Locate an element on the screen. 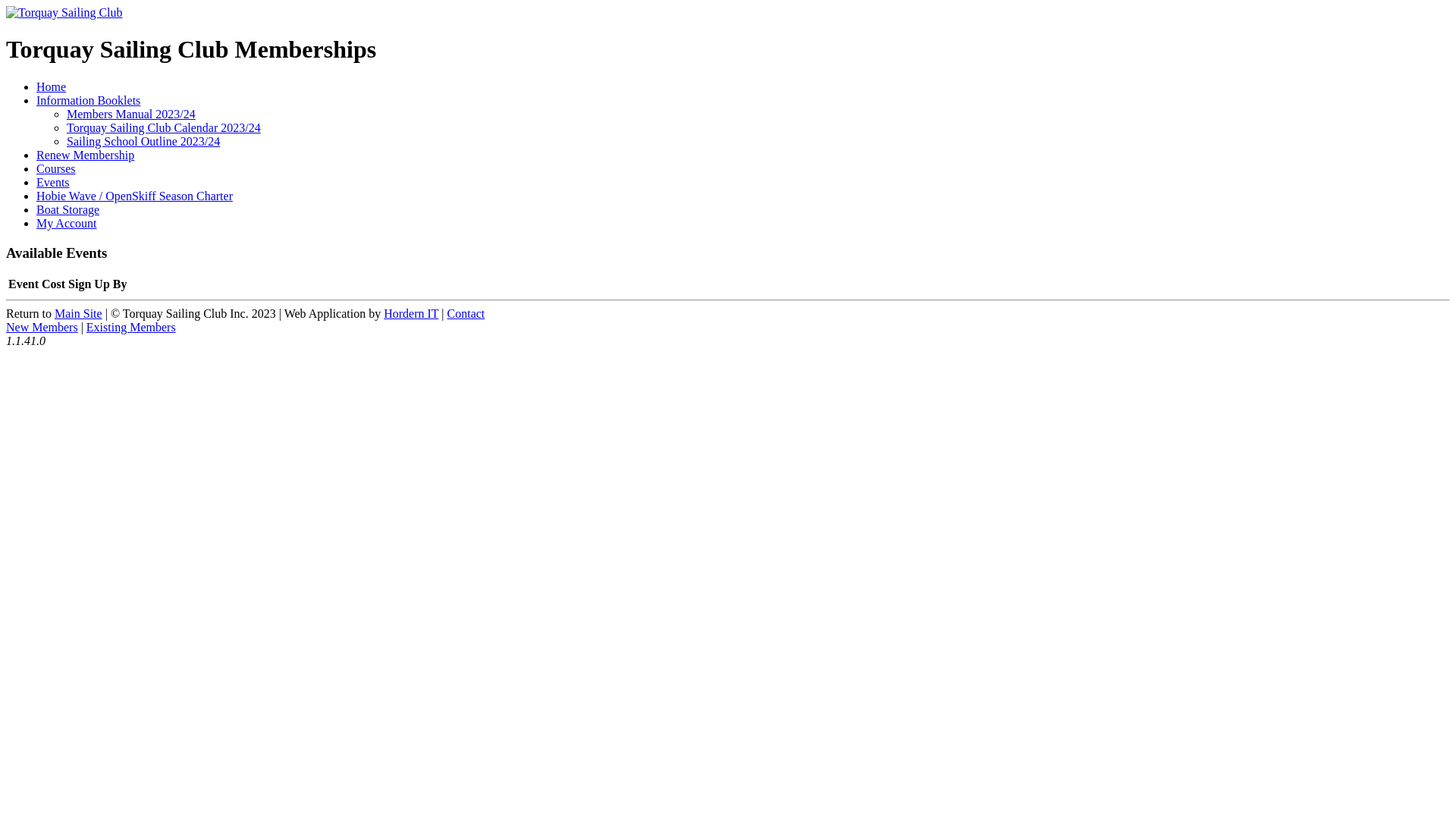 The image size is (1456, 819). 'My Account' is located at coordinates (65, 223).